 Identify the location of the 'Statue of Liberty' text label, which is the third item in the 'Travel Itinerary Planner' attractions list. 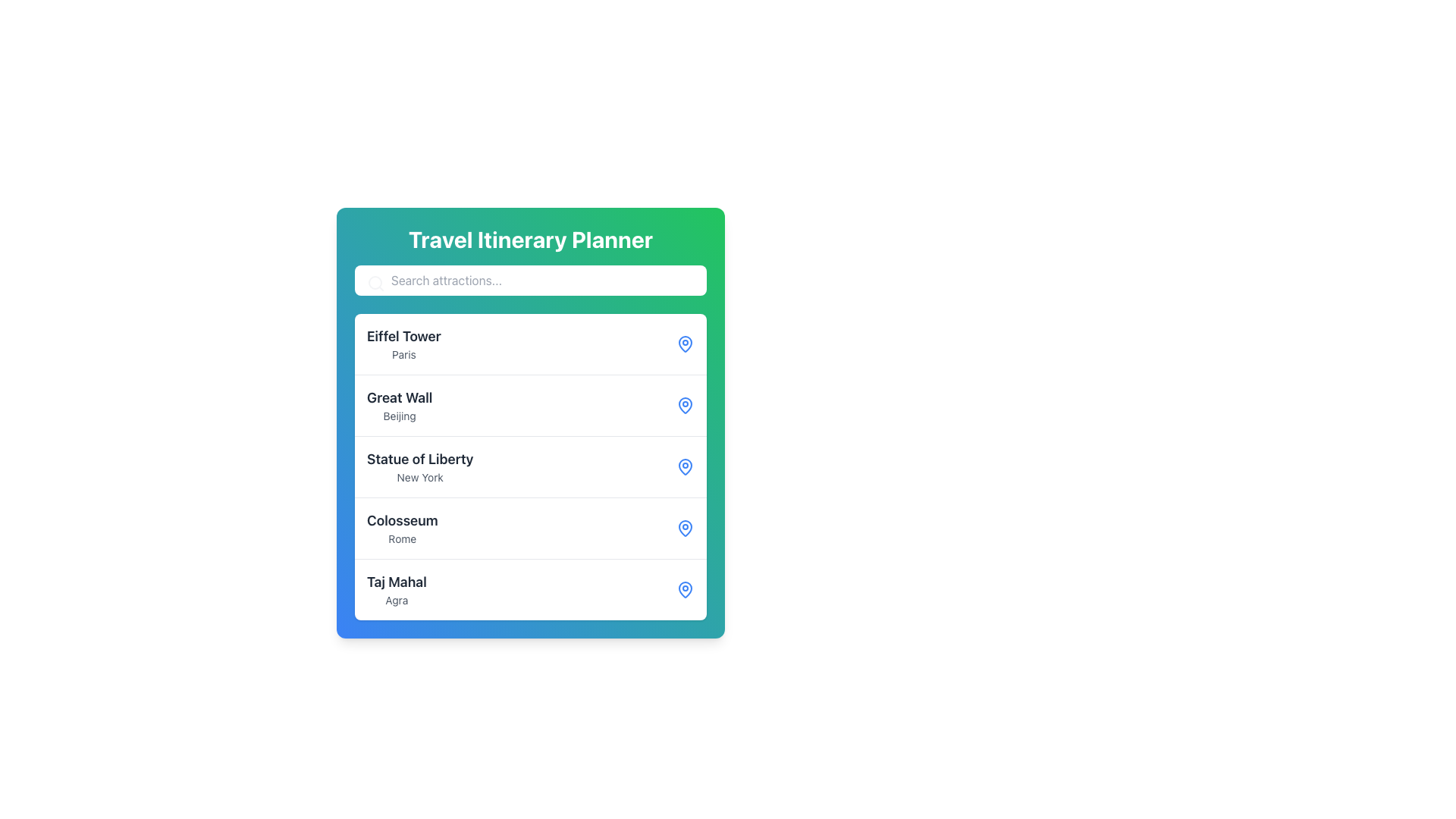
(420, 466).